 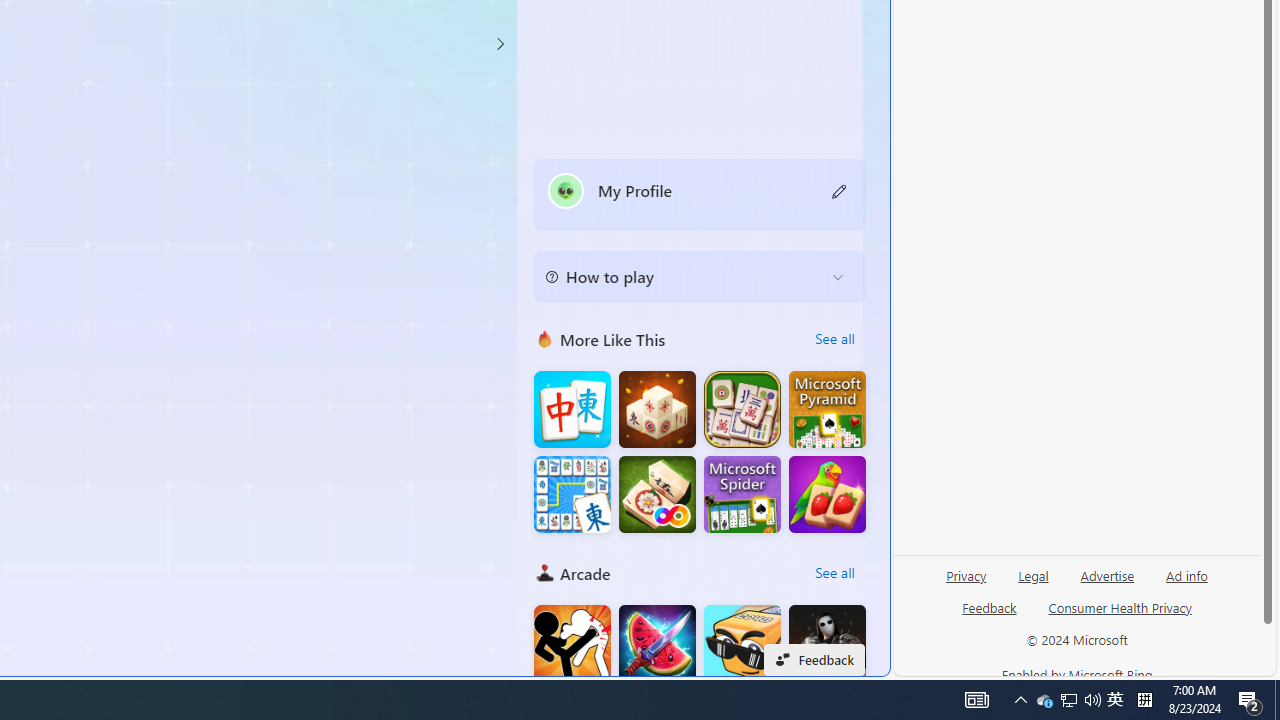 I want to click on 'Mahjong 3D Connect', so click(x=657, y=408).